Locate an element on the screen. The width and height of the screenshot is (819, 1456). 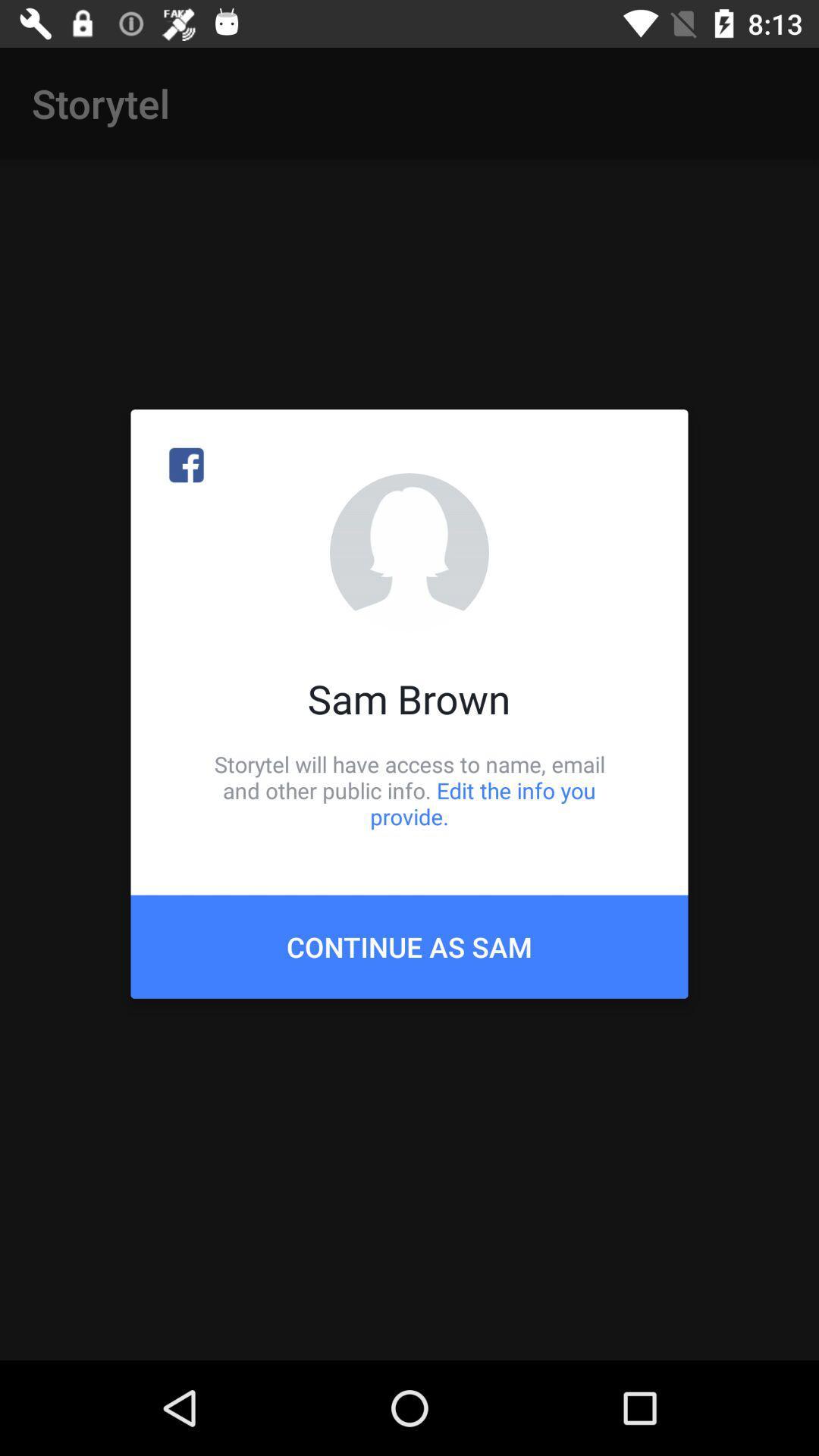
icon above the continue as sam item is located at coordinates (409, 789).